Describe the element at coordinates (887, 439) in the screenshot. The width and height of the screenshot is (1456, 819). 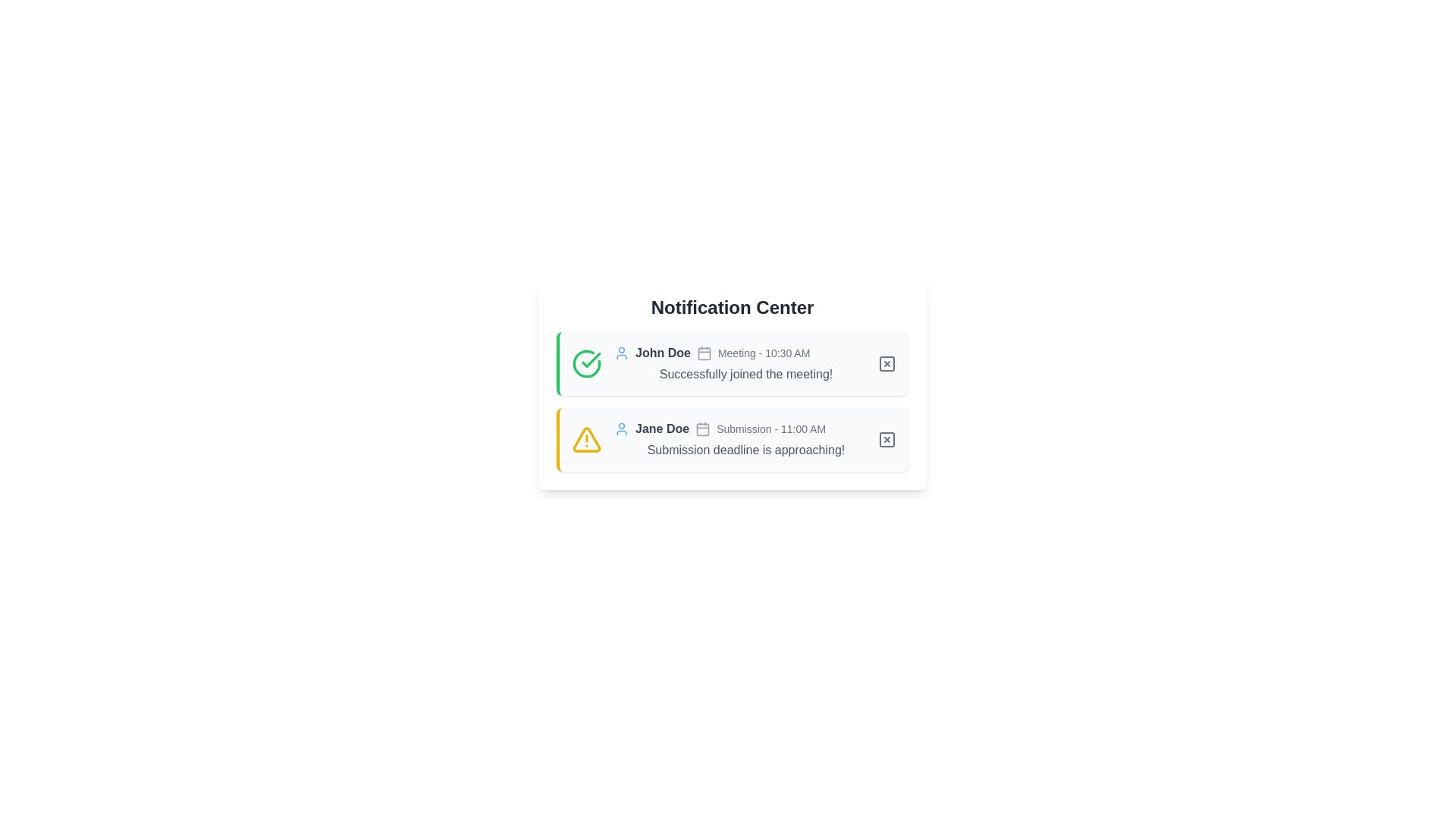
I see `the small rectangle with rounded corners inside the larger 'X' icon at the far-right end of the second notification entry` at that location.